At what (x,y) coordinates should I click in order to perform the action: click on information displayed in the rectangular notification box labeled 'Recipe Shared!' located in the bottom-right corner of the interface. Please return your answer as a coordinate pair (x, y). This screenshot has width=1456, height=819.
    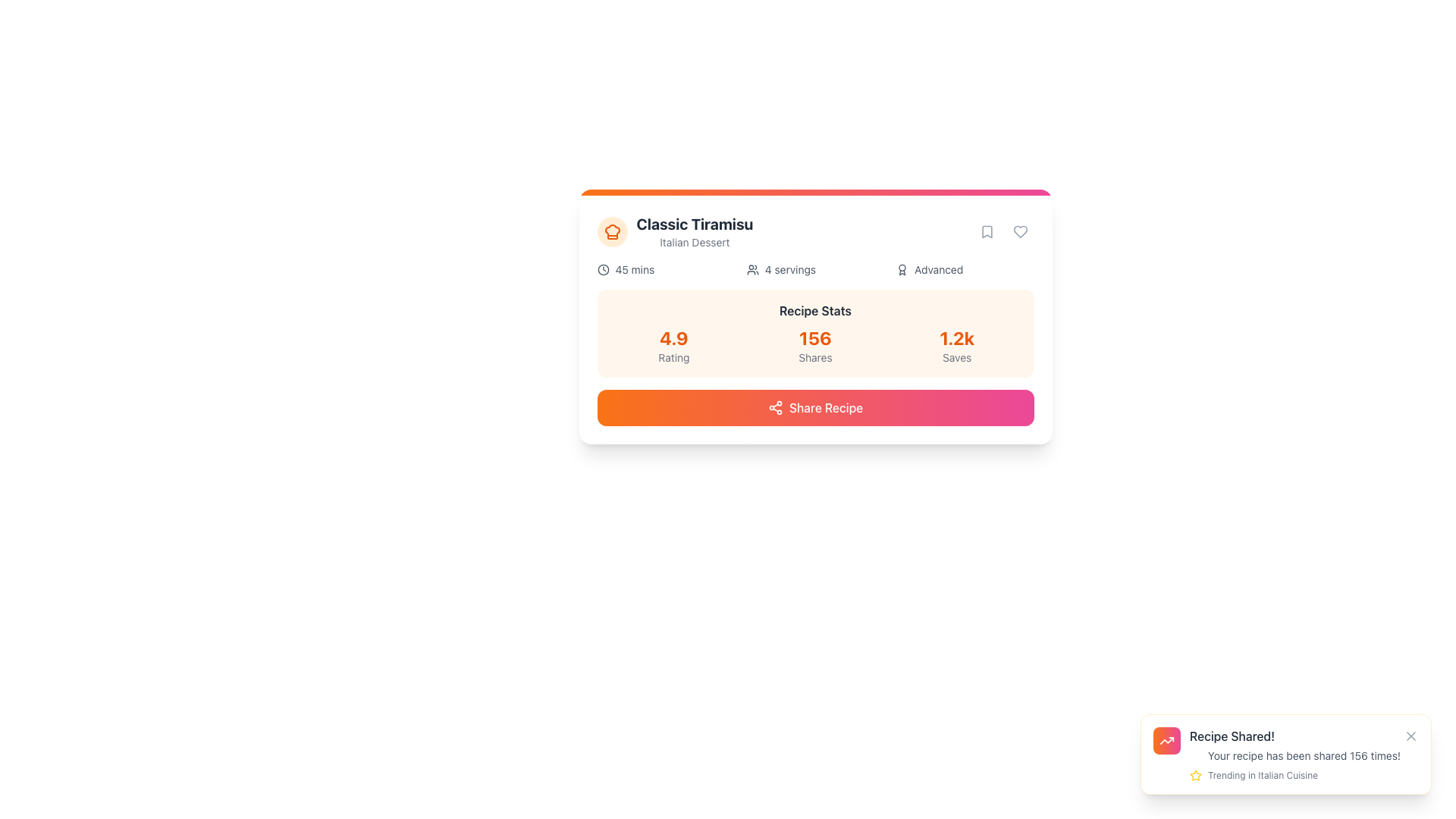
    Looking at the image, I should click on (1285, 755).